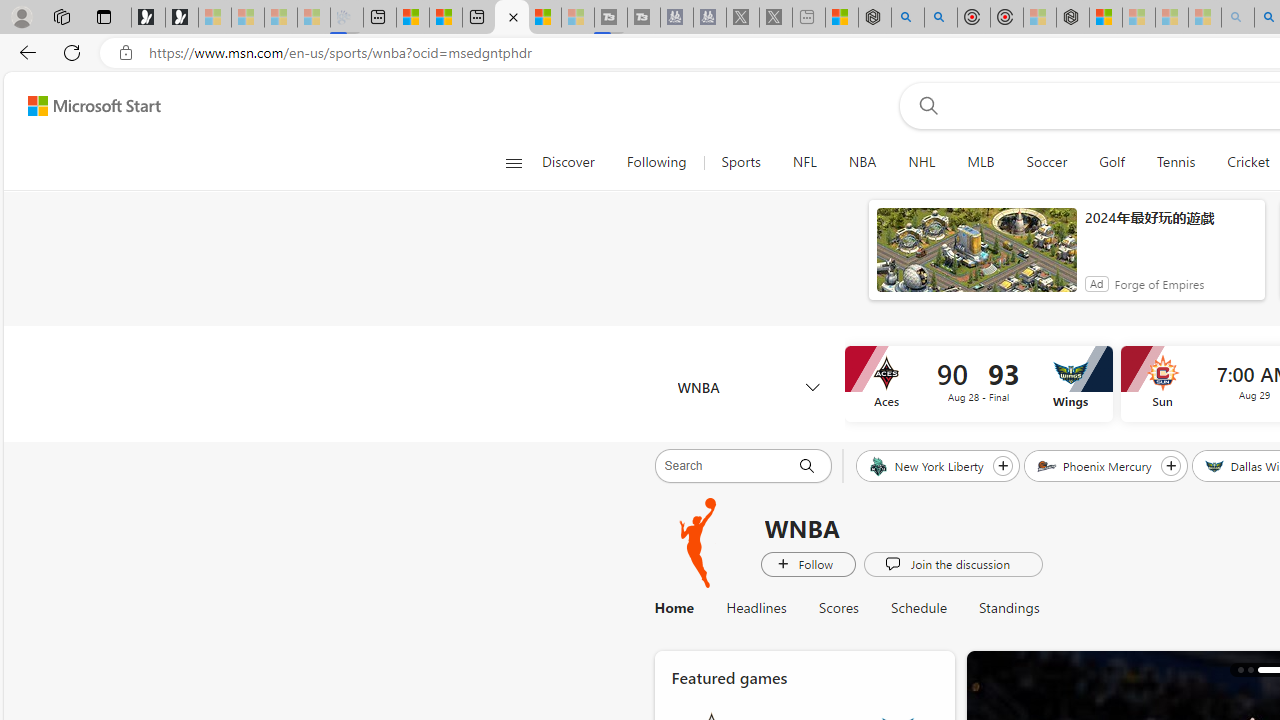 Image resolution: width=1280 pixels, height=720 pixels. Describe the element at coordinates (1247, 162) in the screenshot. I see `'Cricket'` at that location.